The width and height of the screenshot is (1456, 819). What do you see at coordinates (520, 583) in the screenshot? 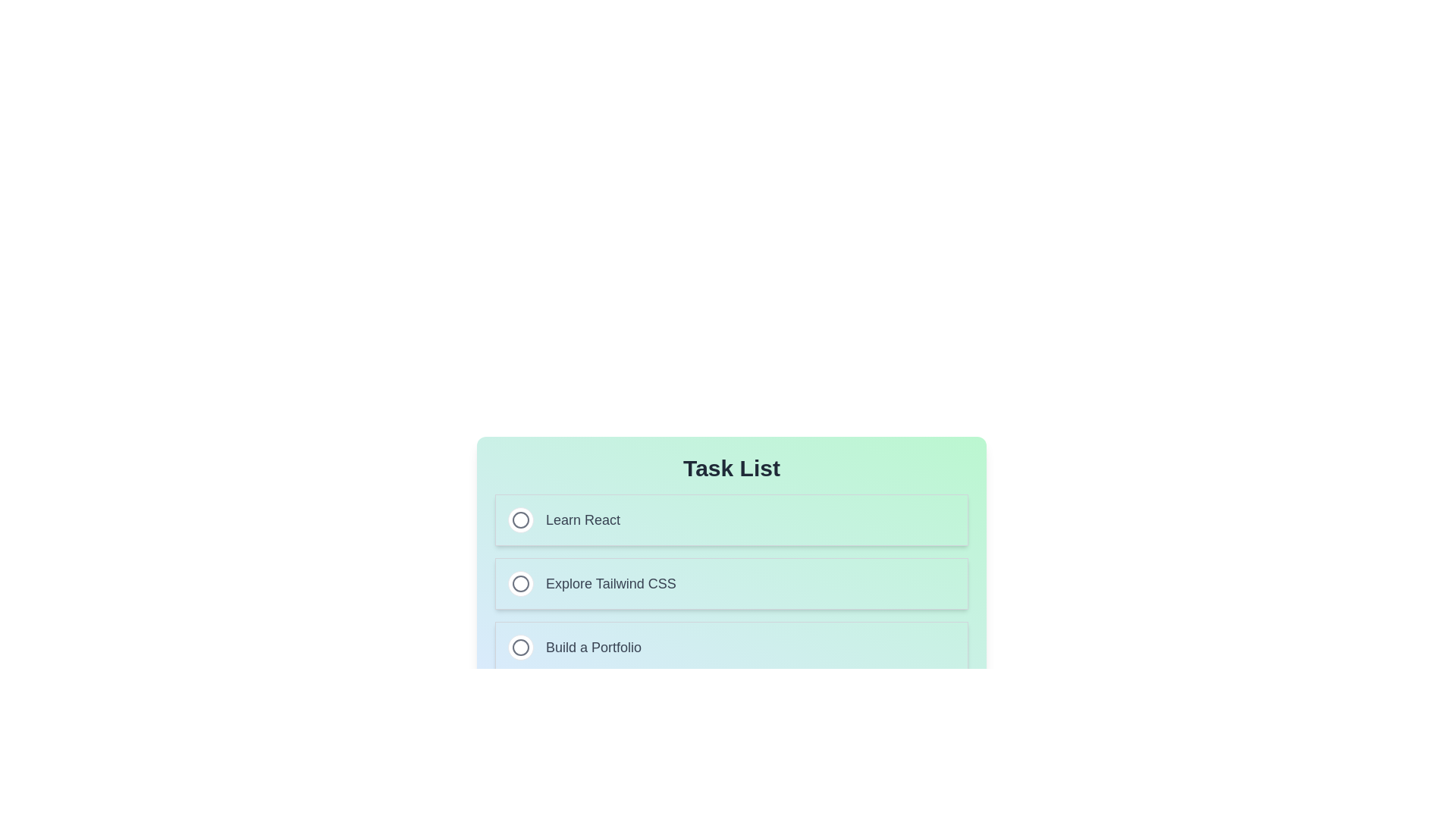
I see `the second circle in the vertical list of radio buttons` at bounding box center [520, 583].